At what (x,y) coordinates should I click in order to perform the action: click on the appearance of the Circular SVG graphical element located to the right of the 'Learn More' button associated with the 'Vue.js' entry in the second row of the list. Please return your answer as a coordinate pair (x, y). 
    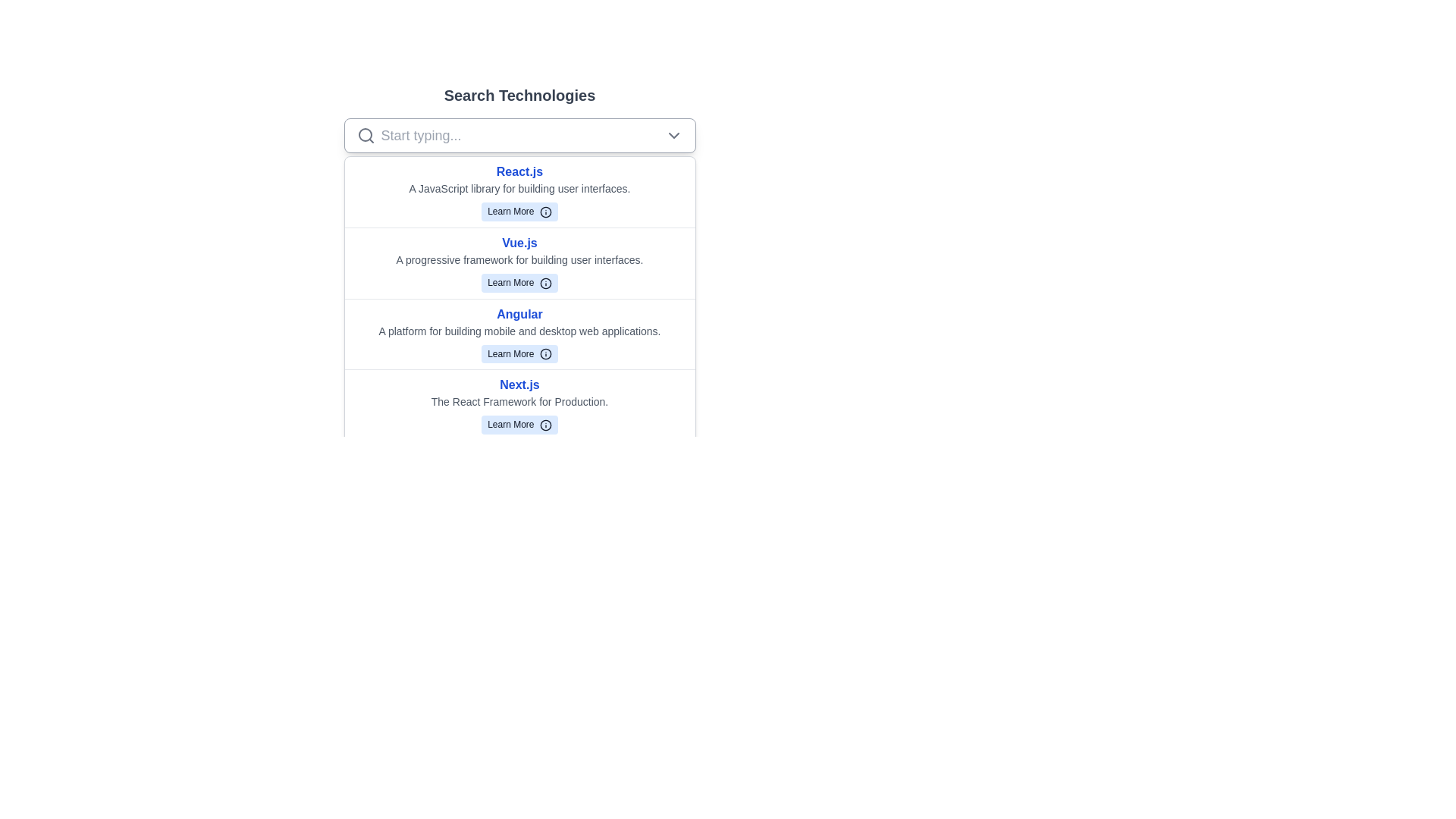
    Looking at the image, I should click on (545, 283).